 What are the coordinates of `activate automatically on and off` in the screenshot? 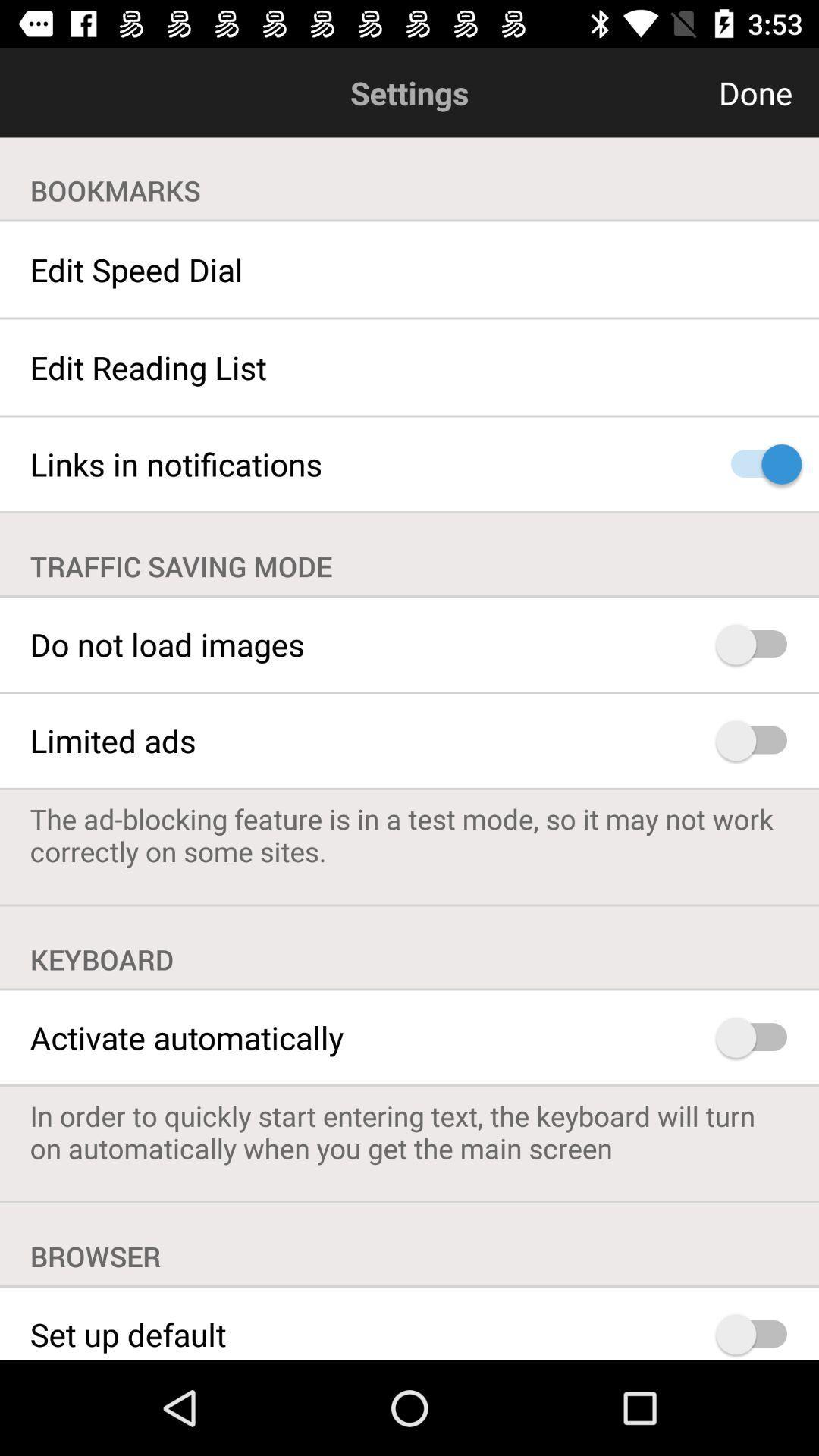 It's located at (758, 1037).